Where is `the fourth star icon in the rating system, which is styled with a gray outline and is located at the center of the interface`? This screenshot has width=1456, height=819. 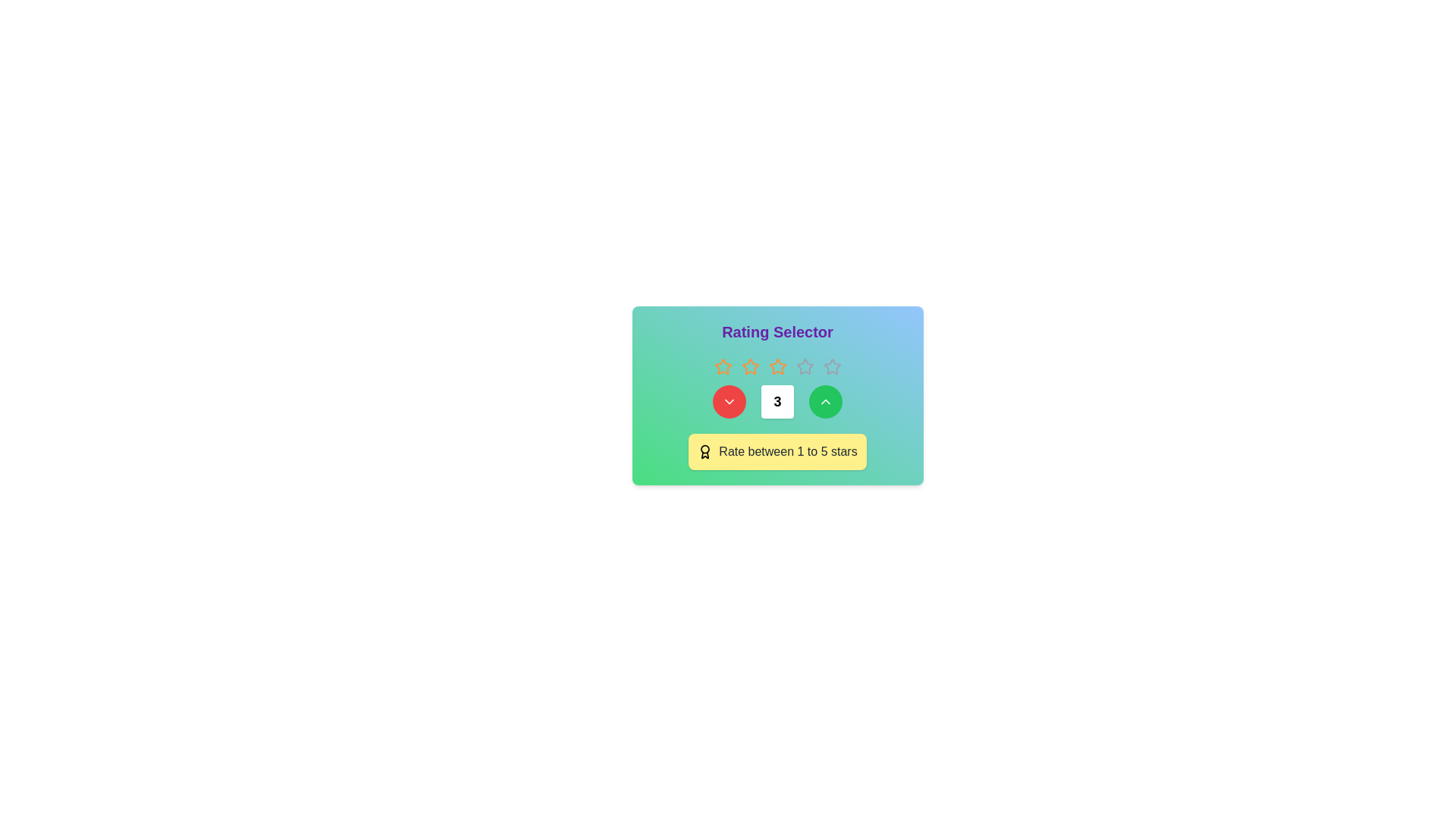 the fourth star icon in the rating system, which is styled with a gray outline and is located at the center of the interface is located at coordinates (804, 366).